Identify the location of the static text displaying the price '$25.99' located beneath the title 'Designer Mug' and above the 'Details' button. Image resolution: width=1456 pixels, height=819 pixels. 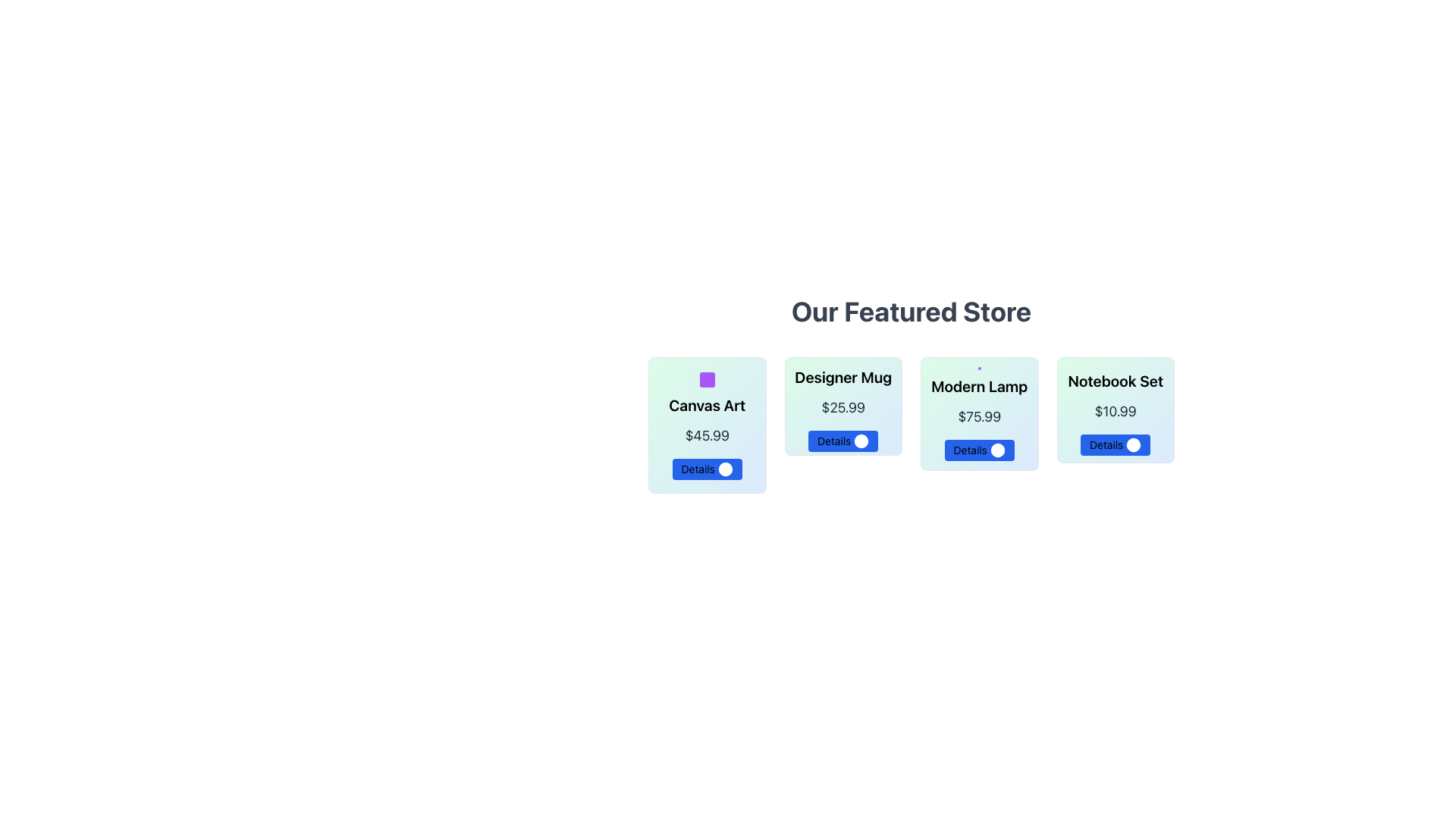
(843, 406).